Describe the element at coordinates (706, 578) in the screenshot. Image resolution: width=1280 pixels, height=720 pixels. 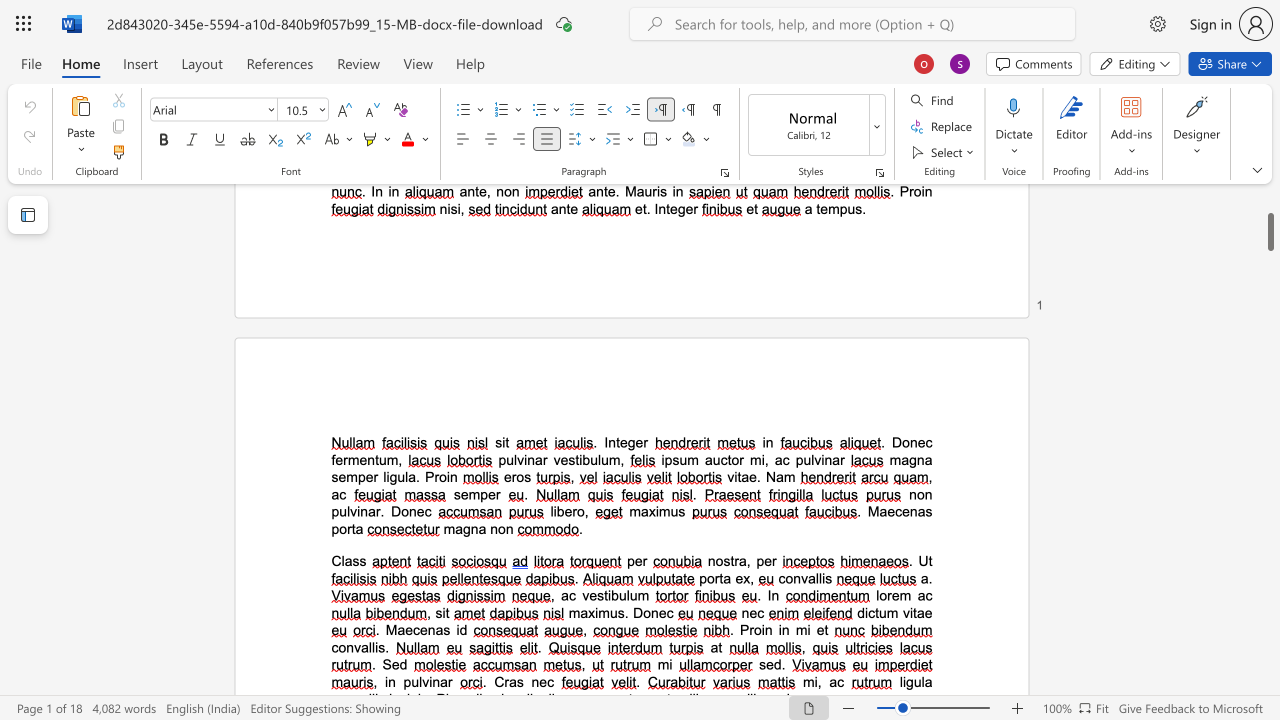
I see `the space between the continuous character "p" and "o" in the text` at that location.